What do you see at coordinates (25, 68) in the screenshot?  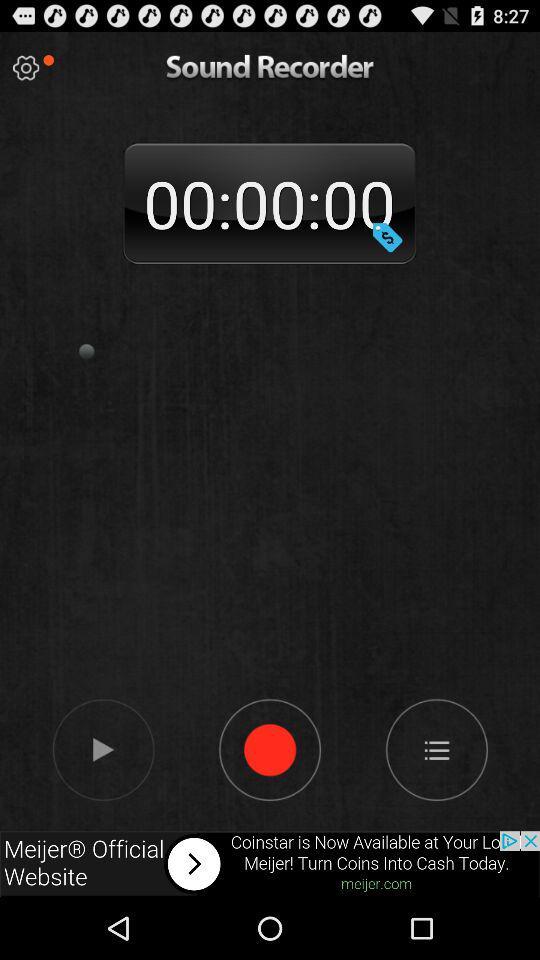 I see `click button` at bounding box center [25, 68].